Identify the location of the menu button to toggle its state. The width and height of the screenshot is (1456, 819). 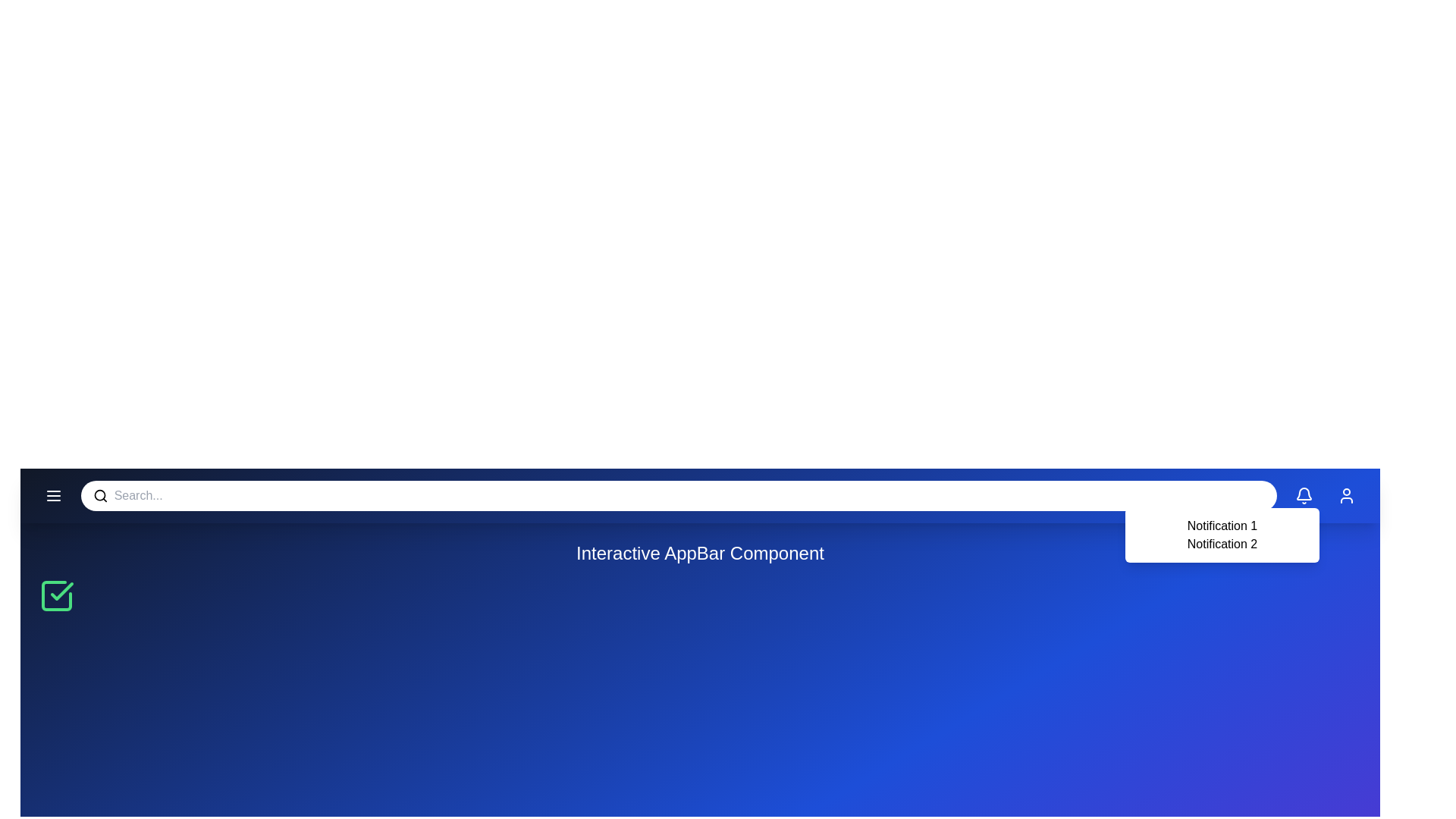
(54, 496).